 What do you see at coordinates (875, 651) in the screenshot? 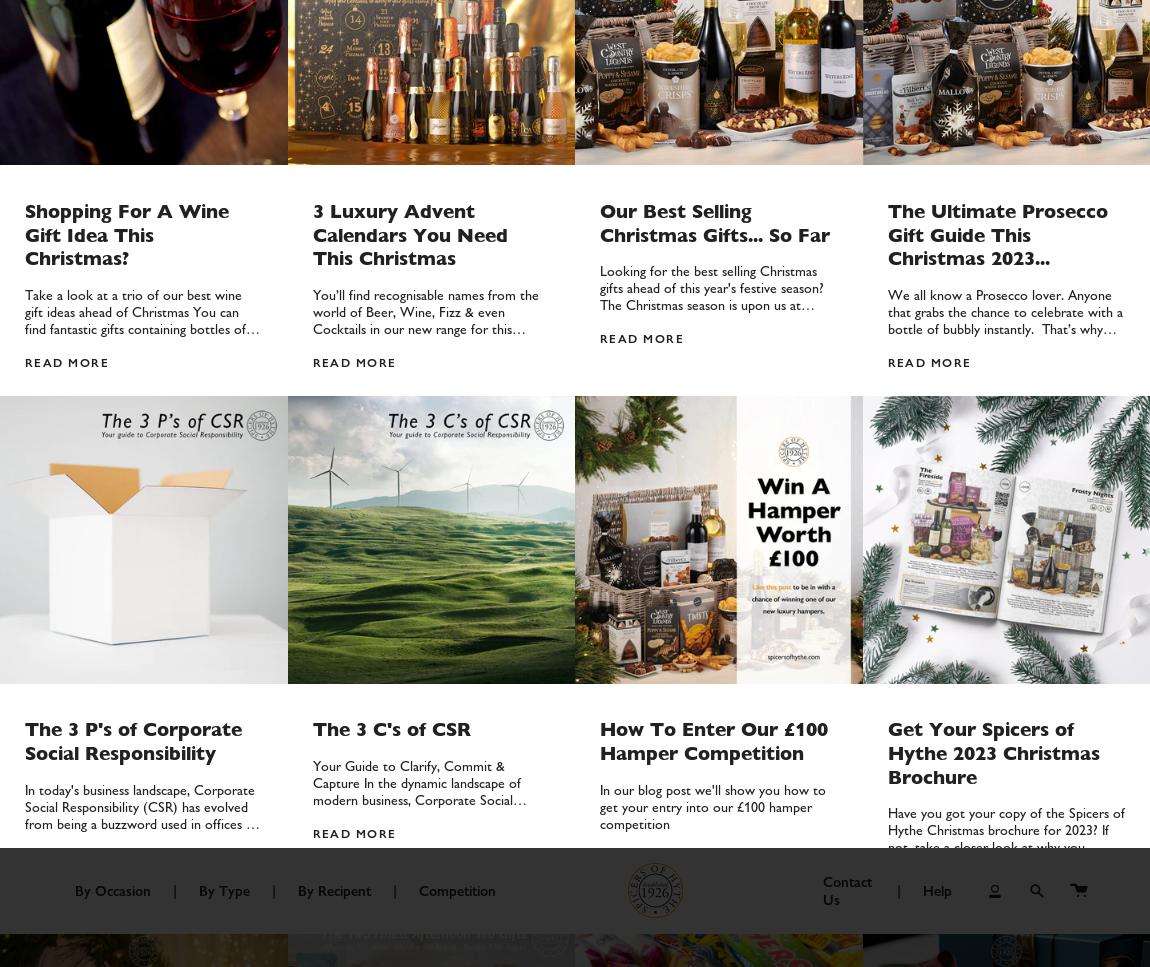
I see `'Newsletter'` at bounding box center [875, 651].